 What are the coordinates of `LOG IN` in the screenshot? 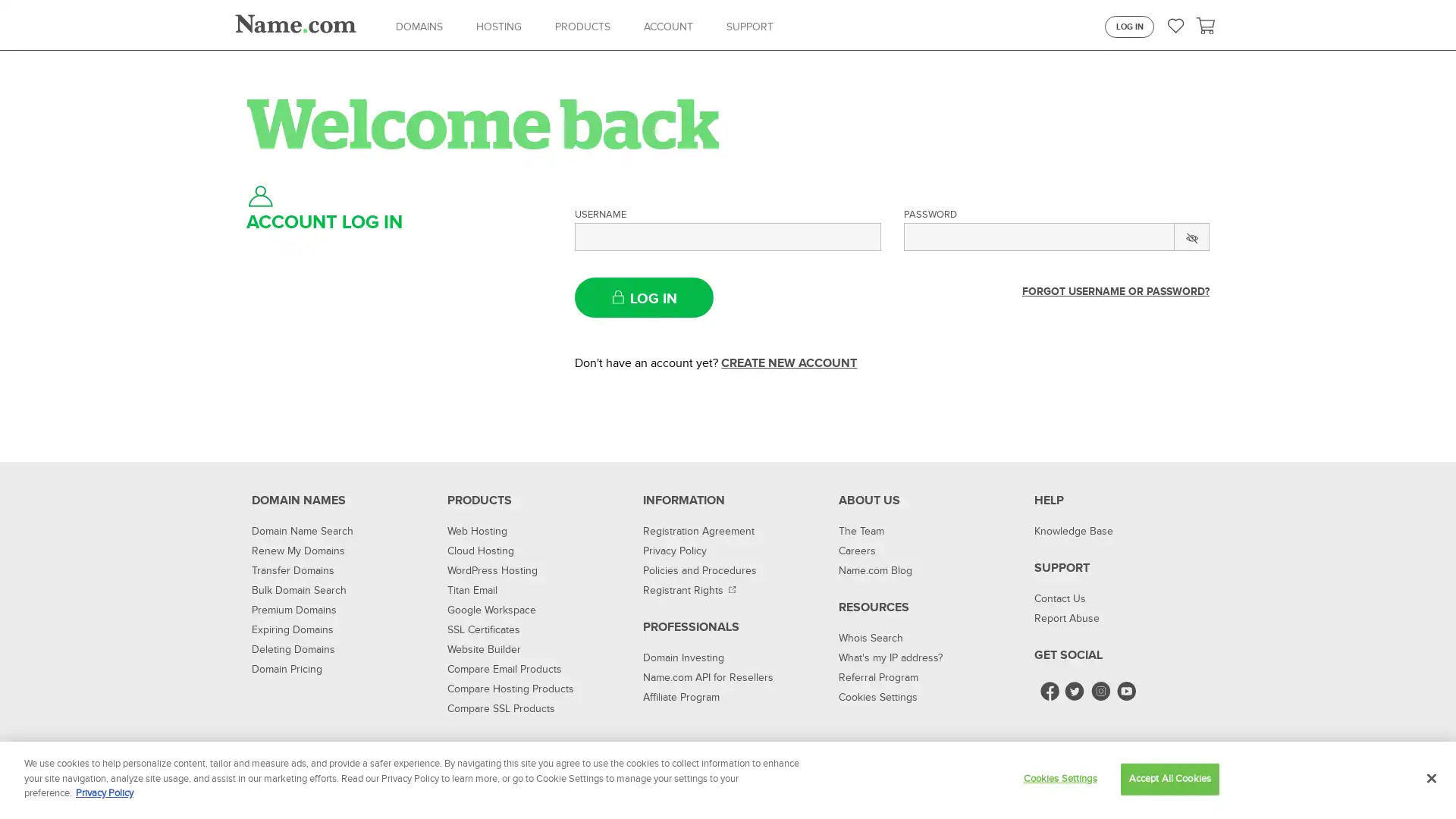 It's located at (644, 297).